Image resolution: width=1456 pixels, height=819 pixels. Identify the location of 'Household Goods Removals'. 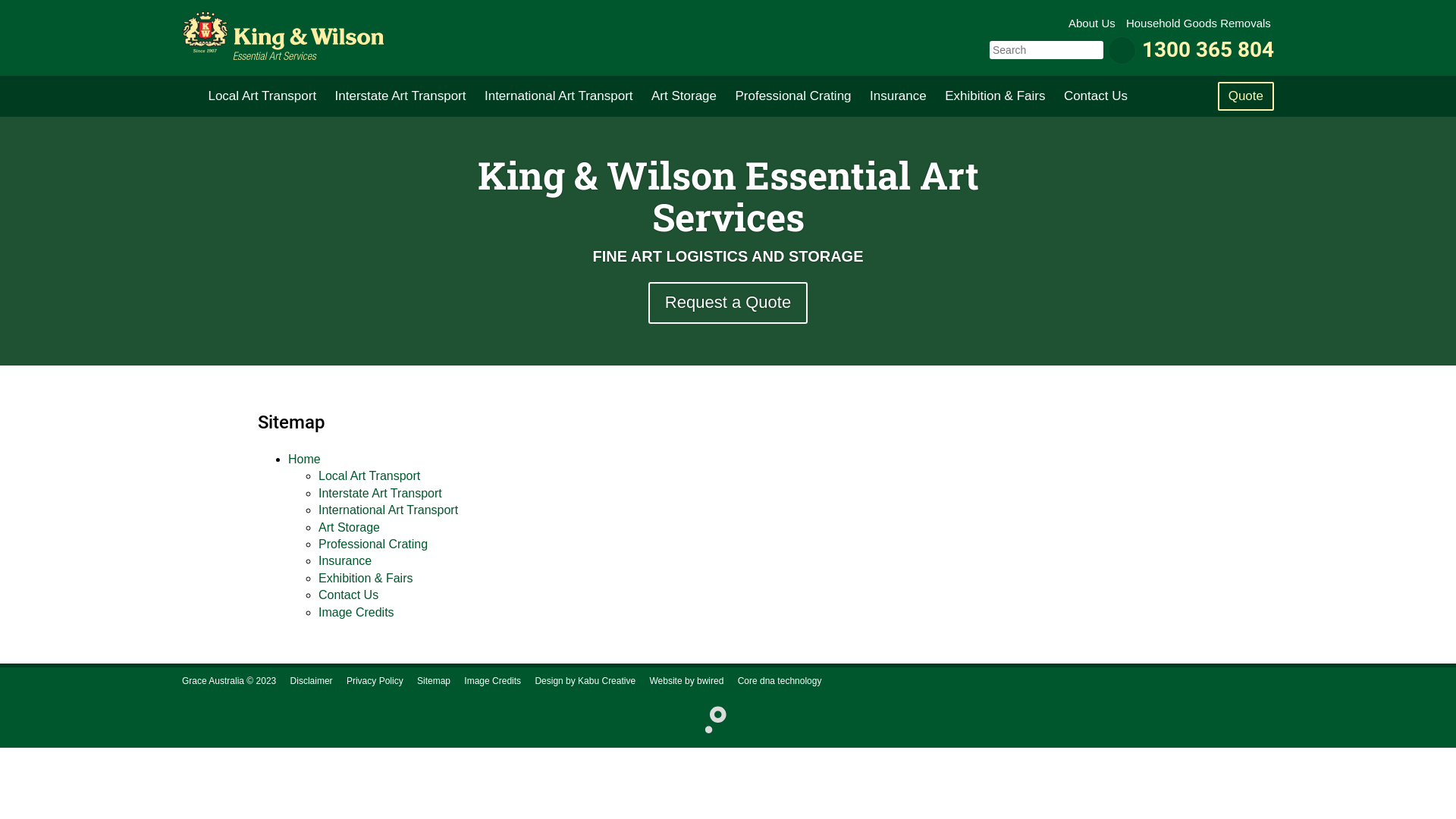
(1125, 23).